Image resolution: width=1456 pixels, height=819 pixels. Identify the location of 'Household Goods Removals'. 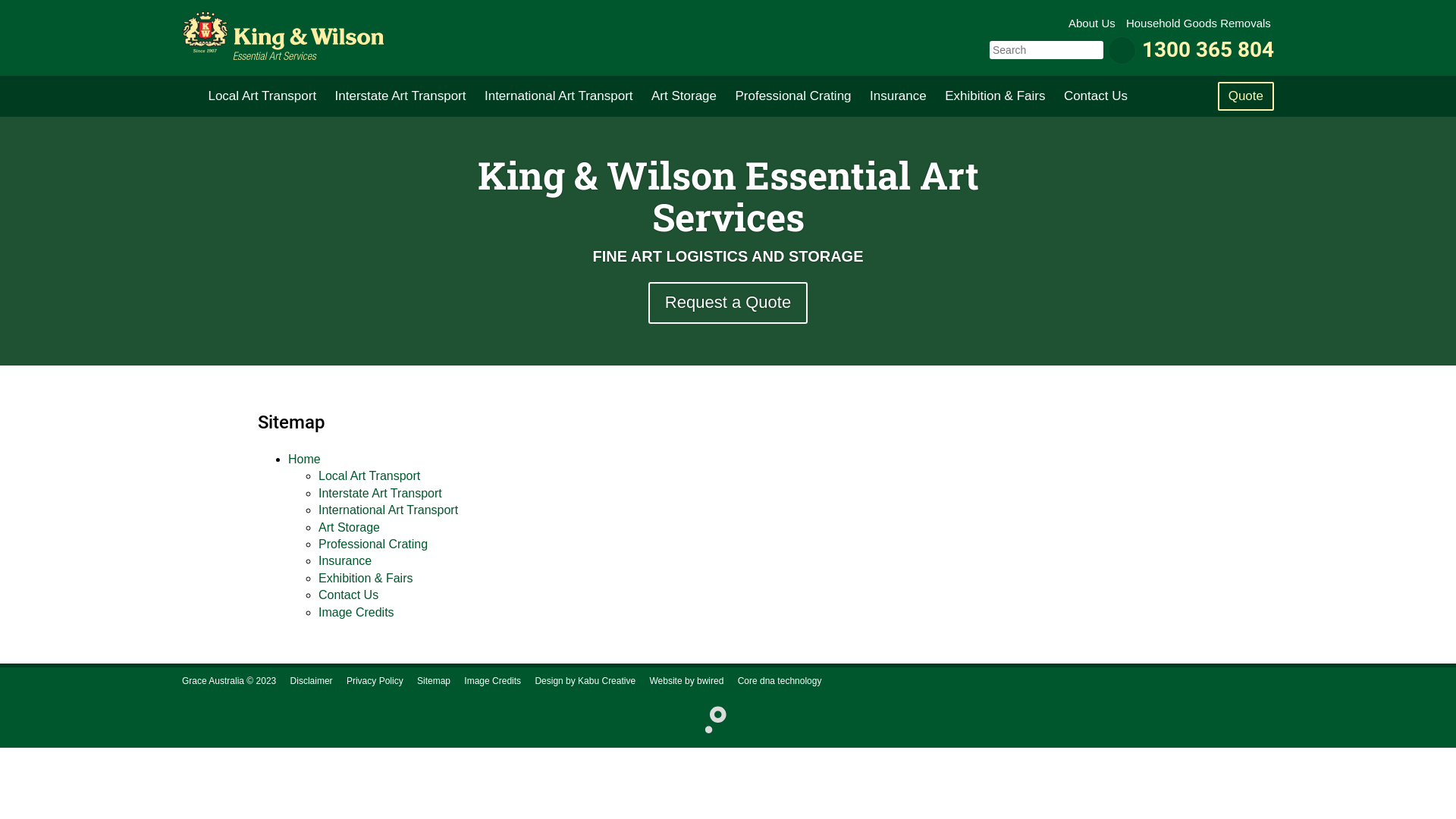
(1125, 23).